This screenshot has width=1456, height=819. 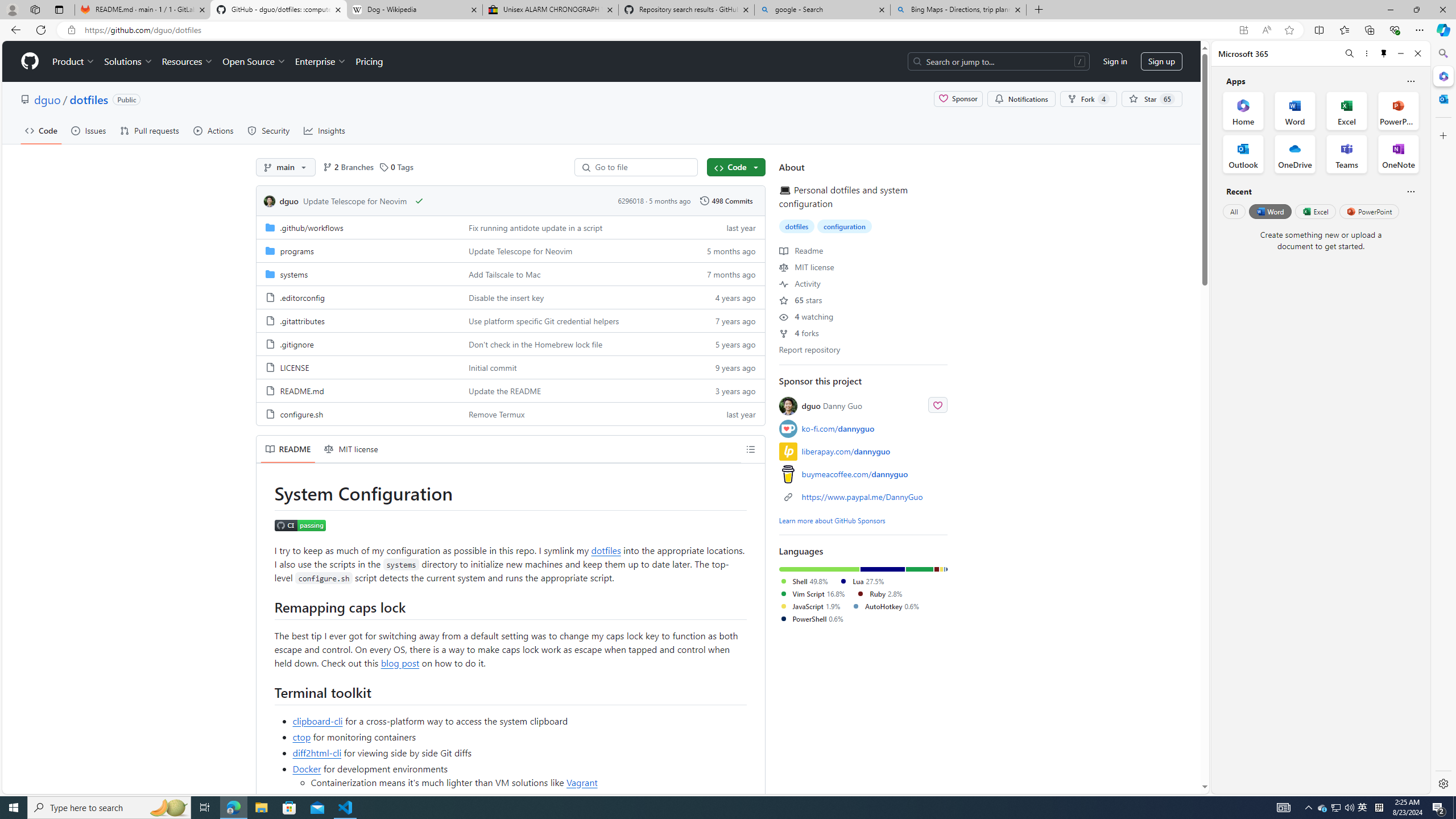 I want to click on 'Update Telescope for Neovim', so click(x=520, y=250).